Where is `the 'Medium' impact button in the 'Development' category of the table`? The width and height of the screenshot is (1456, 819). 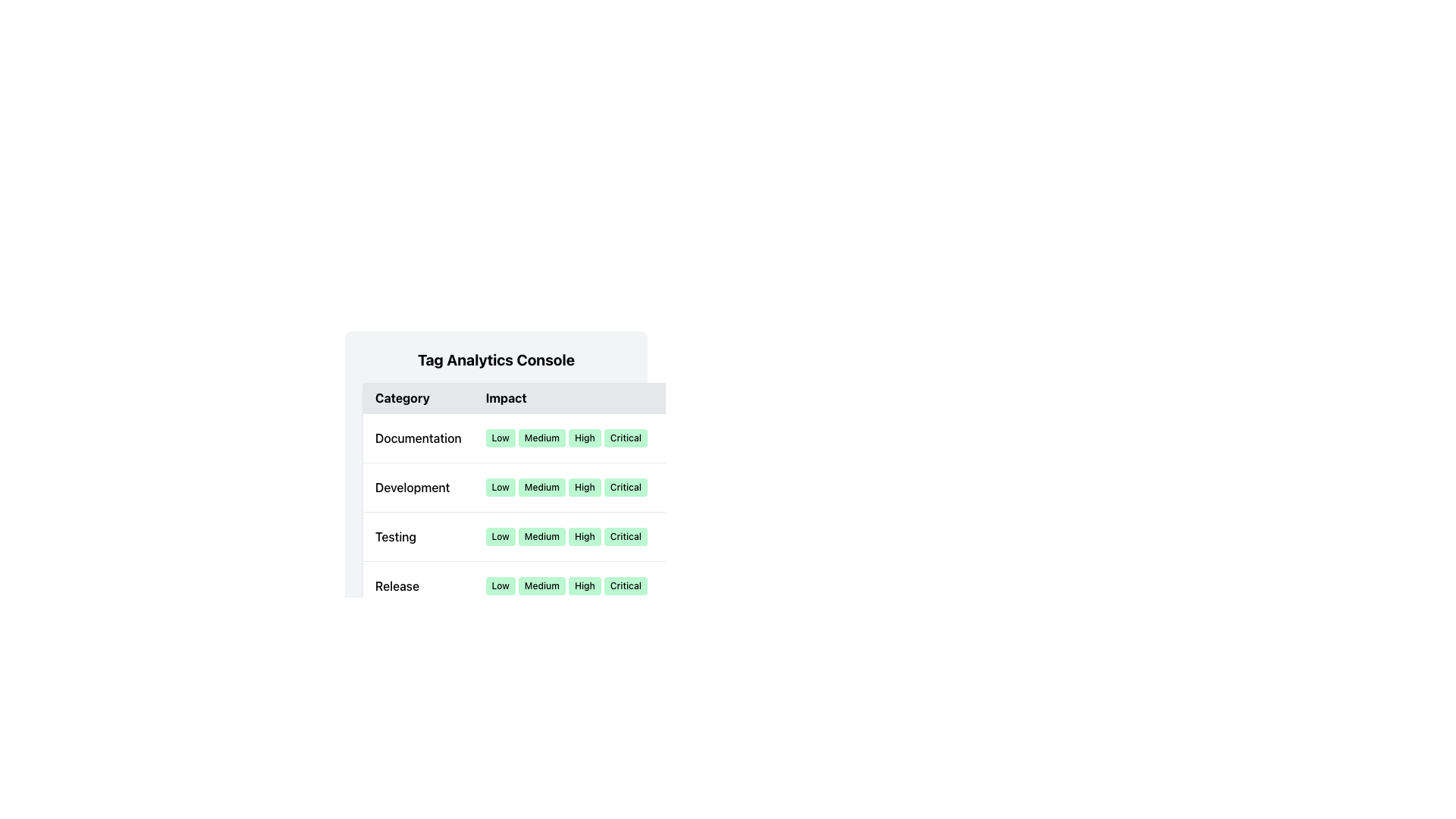
the 'Medium' impact button in the 'Development' category of the table is located at coordinates (545, 497).